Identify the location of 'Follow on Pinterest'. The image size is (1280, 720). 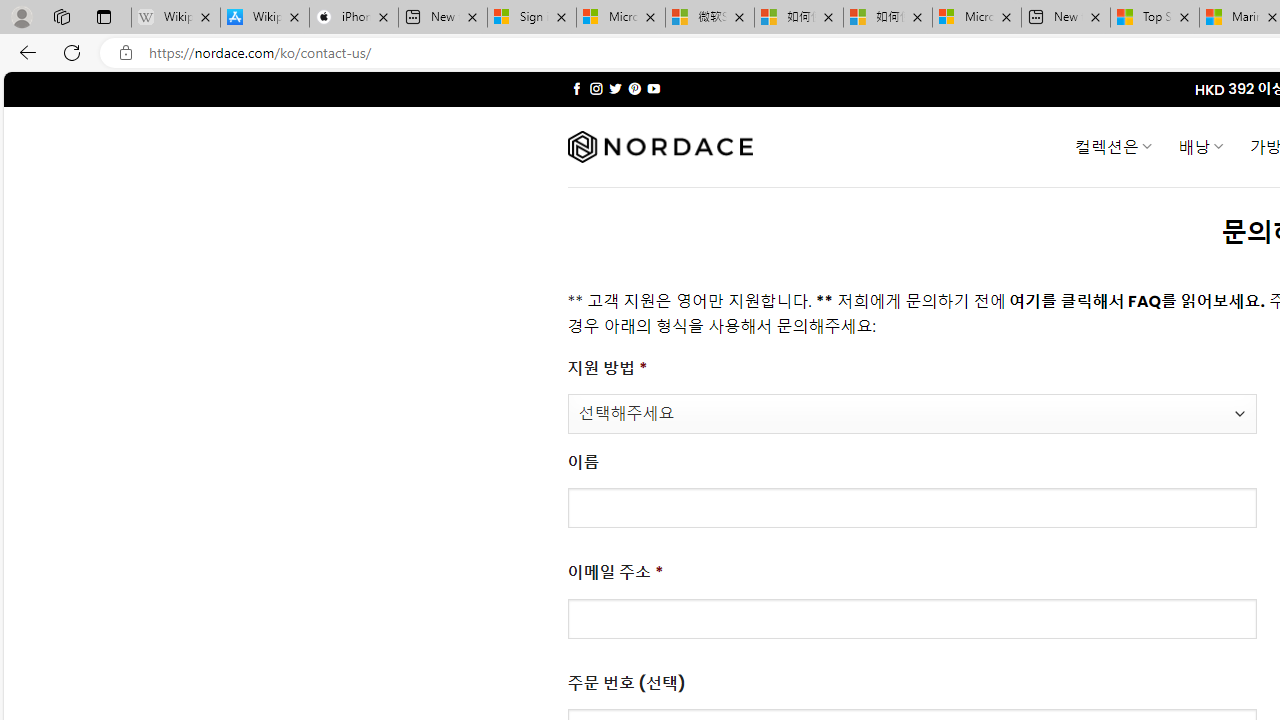
(633, 88).